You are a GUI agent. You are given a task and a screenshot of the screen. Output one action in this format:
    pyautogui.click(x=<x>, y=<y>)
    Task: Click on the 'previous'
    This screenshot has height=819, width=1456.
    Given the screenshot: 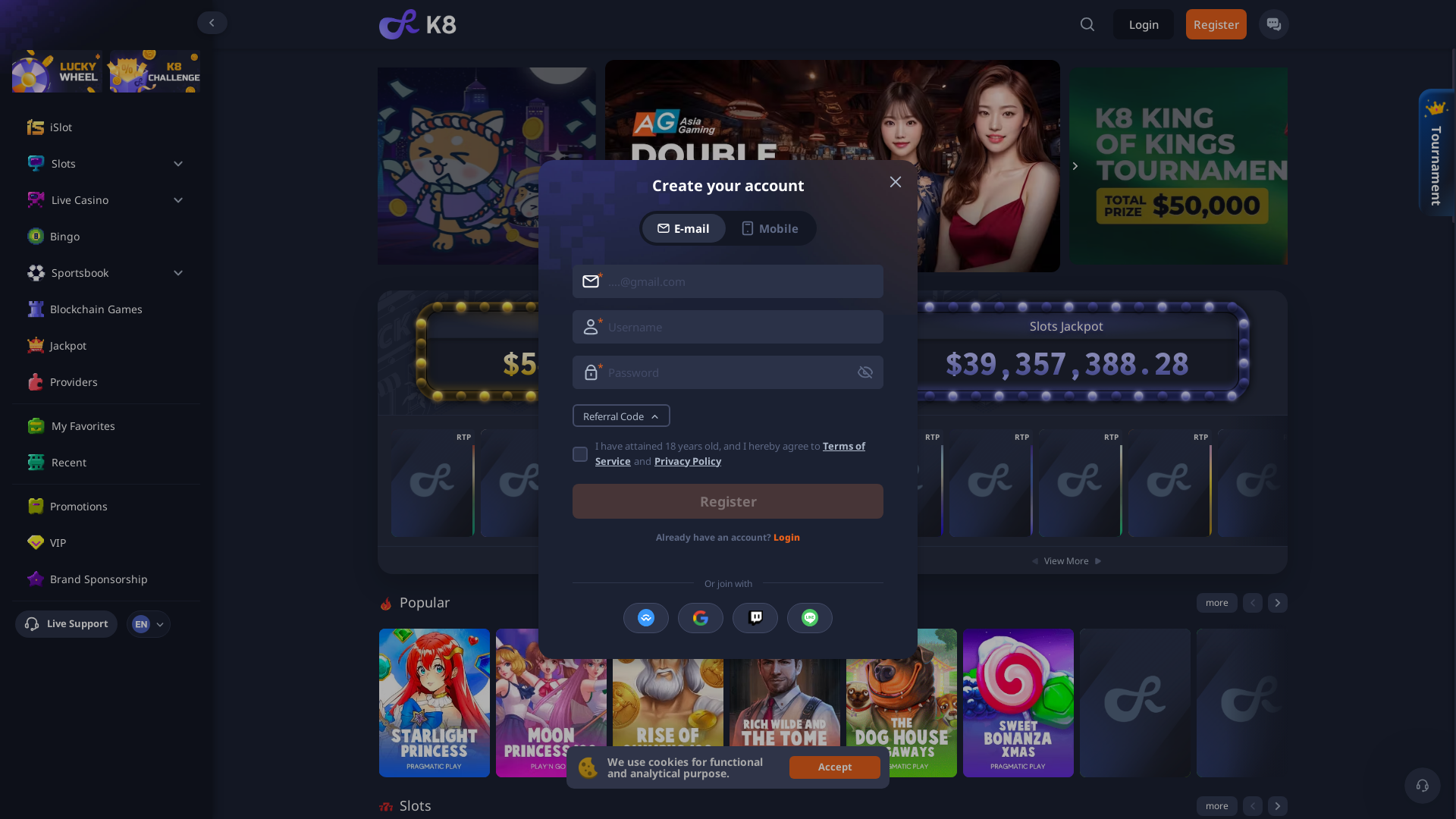 What is the action you would take?
    pyautogui.click(x=1252, y=601)
    